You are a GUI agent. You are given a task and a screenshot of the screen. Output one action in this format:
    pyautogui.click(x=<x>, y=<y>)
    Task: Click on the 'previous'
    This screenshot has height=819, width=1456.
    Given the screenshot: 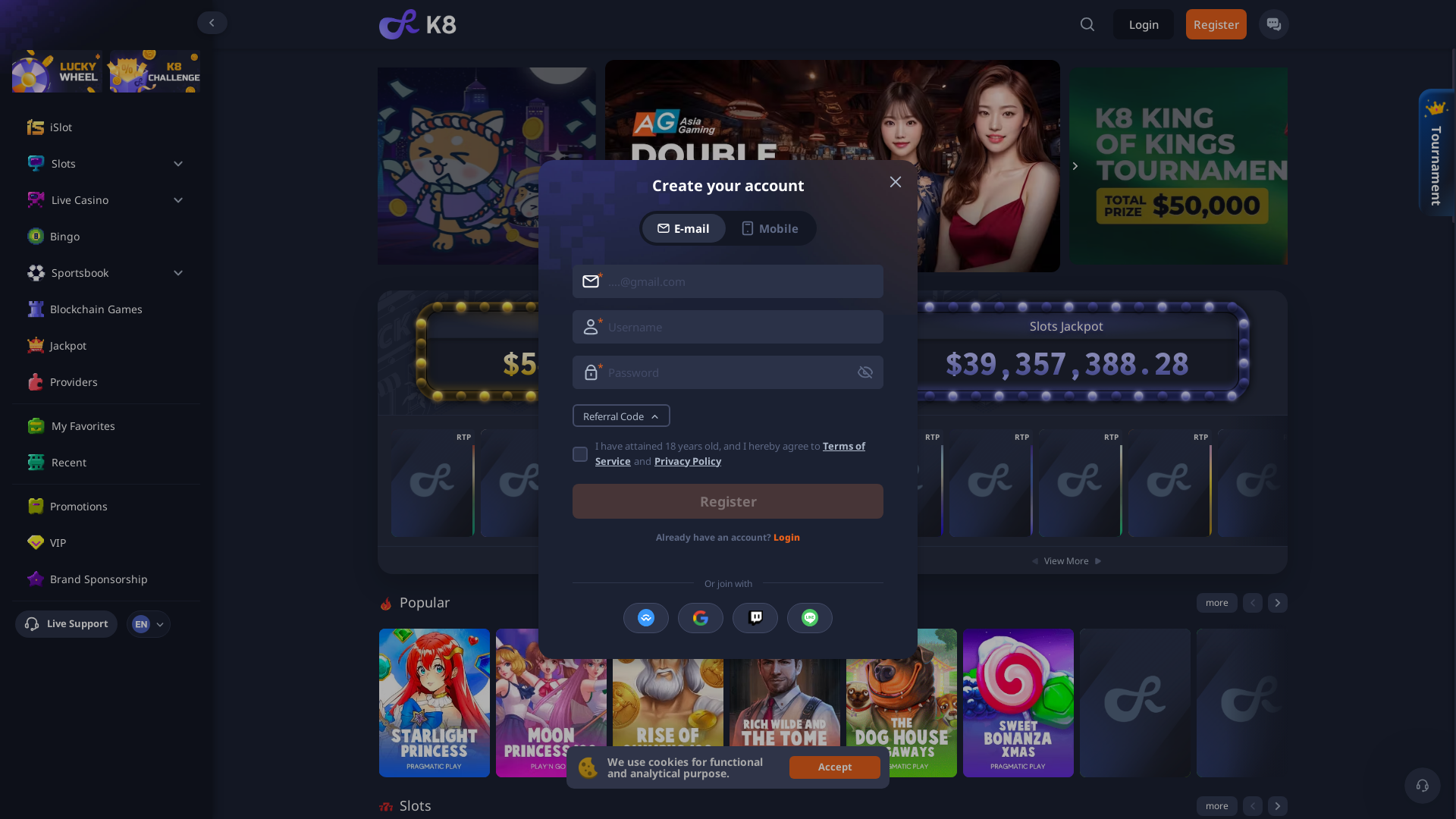 What is the action you would take?
    pyautogui.click(x=1252, y=601)
    